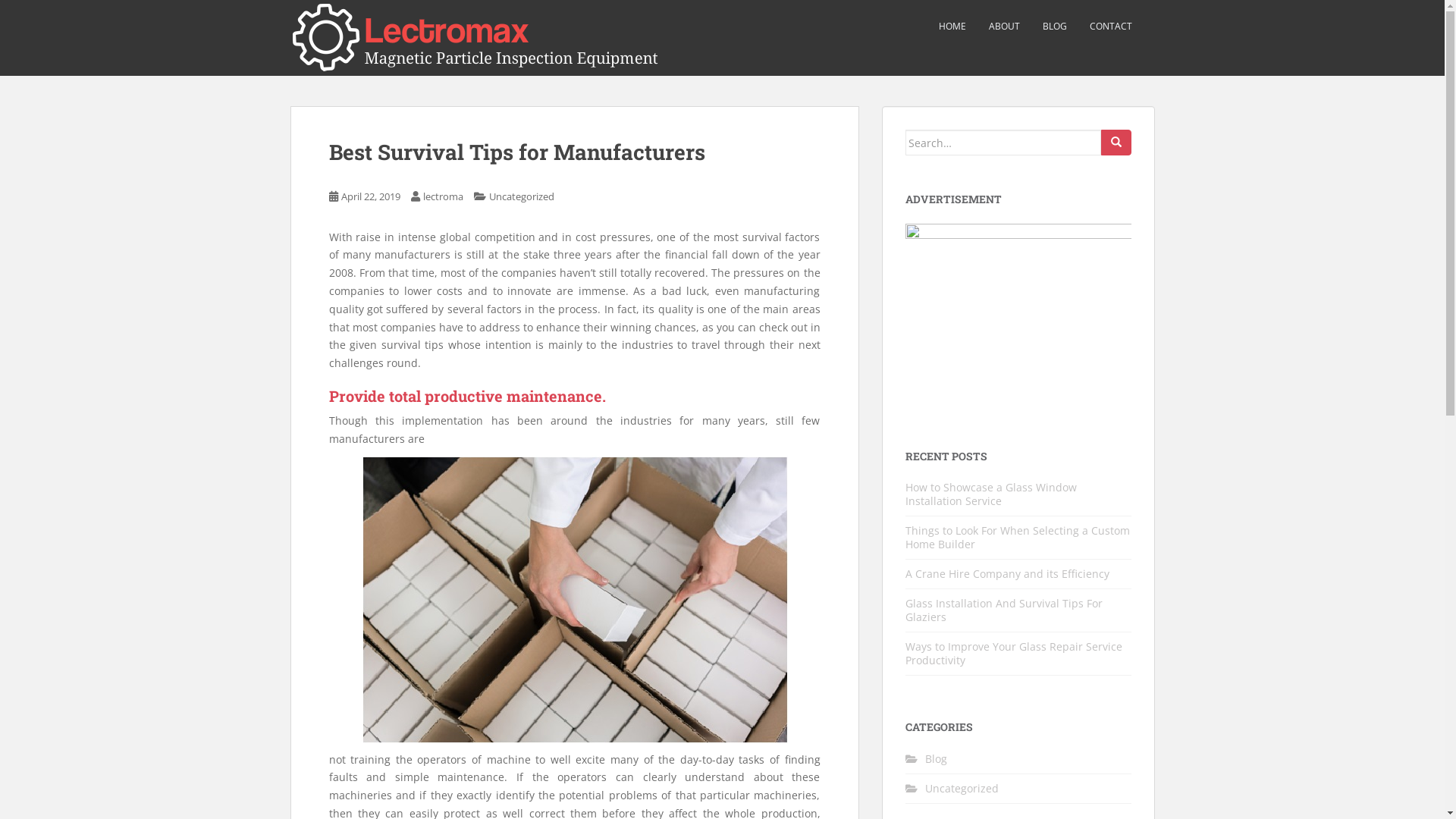  What do you see at coordinates (905, 143) in the screenshot?
I see `'Search for:'` at bounding box center [905, 143].